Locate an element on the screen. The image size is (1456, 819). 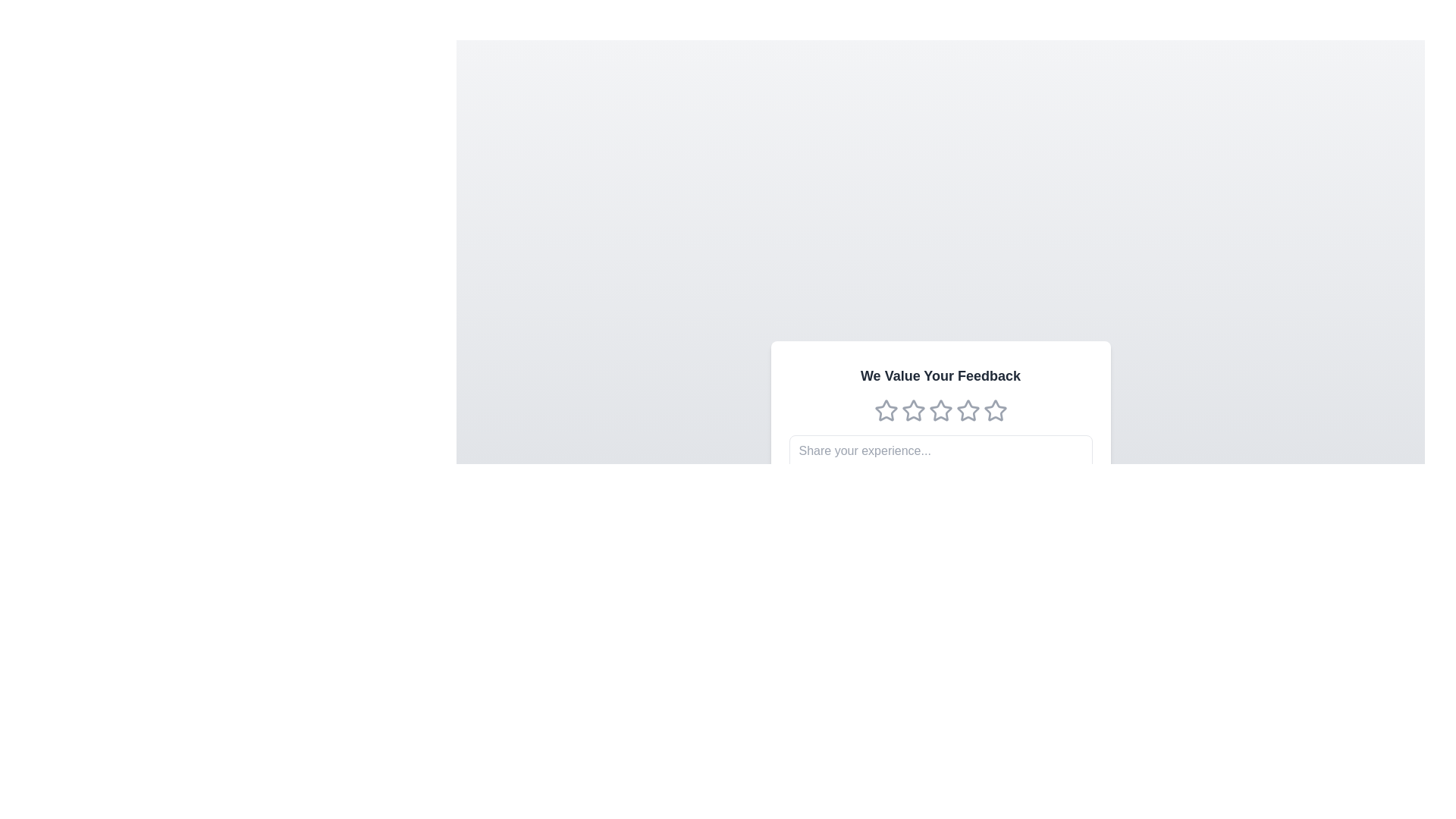
the second star-shaped Rating icon in the rating system is located at coordinates (967, 410).